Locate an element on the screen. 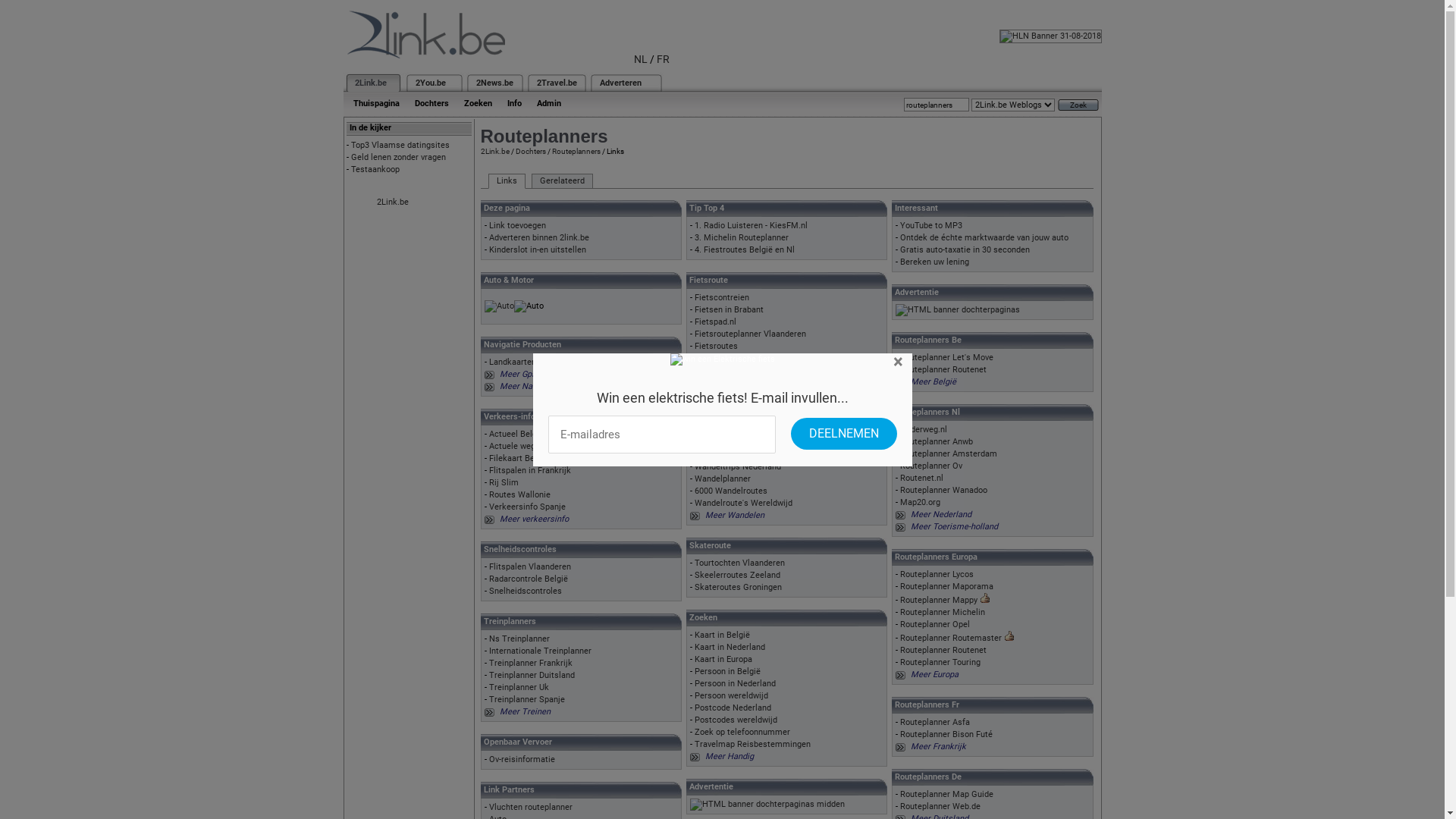 The image size is (1456, 819). 'Routeplanner Let's Move' is located at coordinates (946, 357).